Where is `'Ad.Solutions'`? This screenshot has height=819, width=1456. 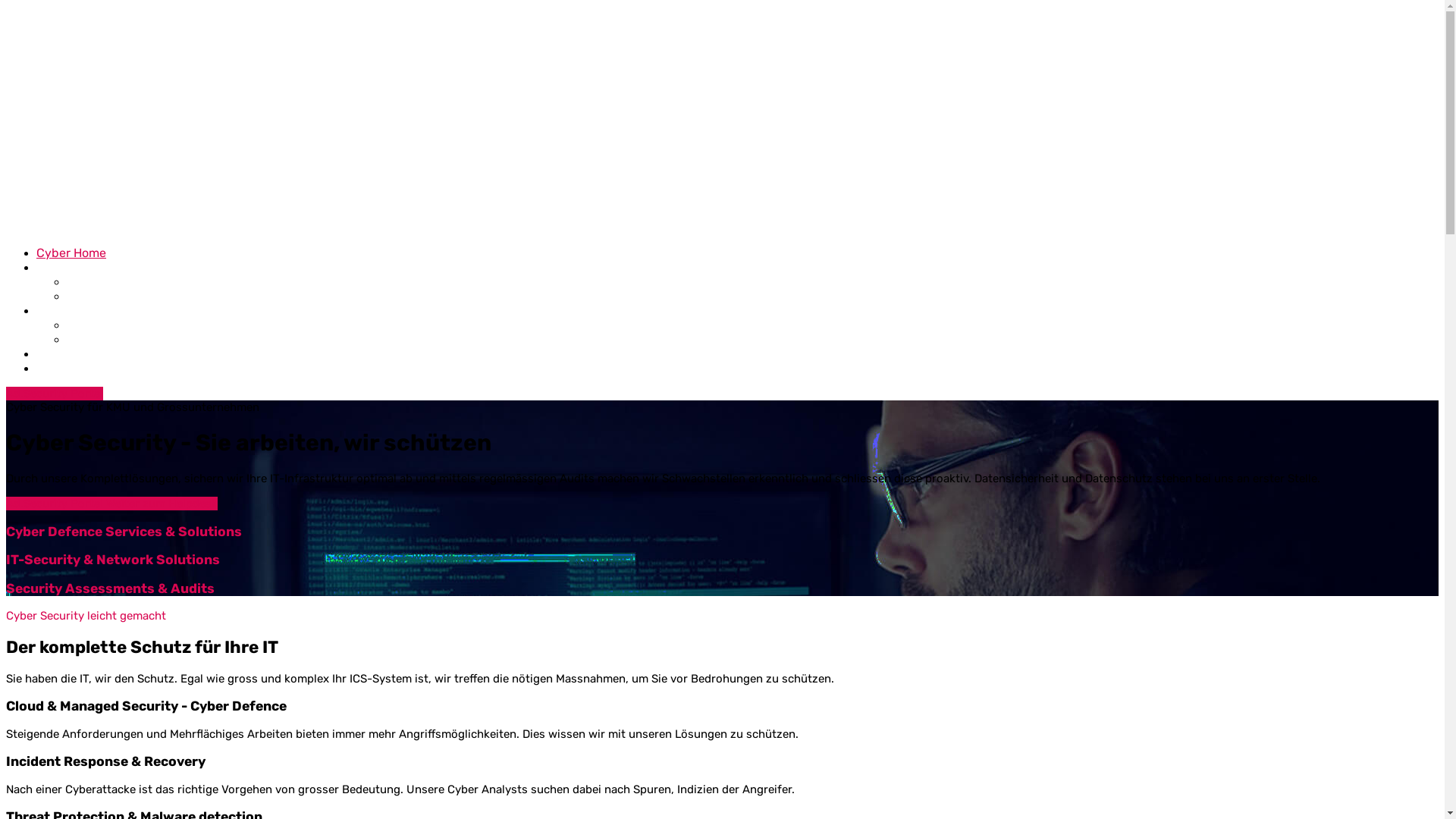 'Ad.Solutions' is located at coordinates (71, 266).